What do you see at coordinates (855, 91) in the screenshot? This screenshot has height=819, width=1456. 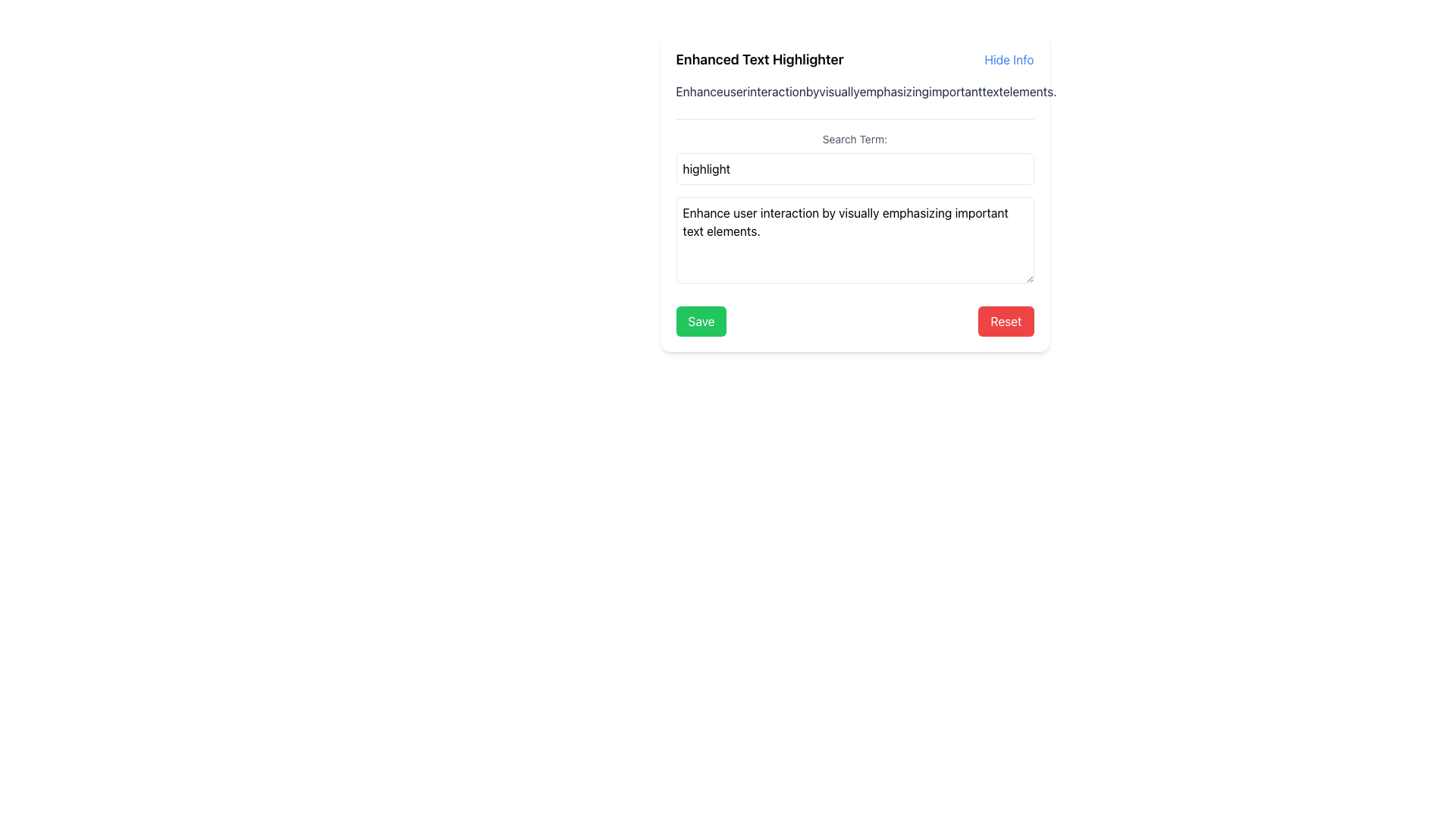 I see `the informative text element located beneath the 'Enhanced Text Highlighter' header and above the 'Search Term:' section` at bounding box center [855, 91].